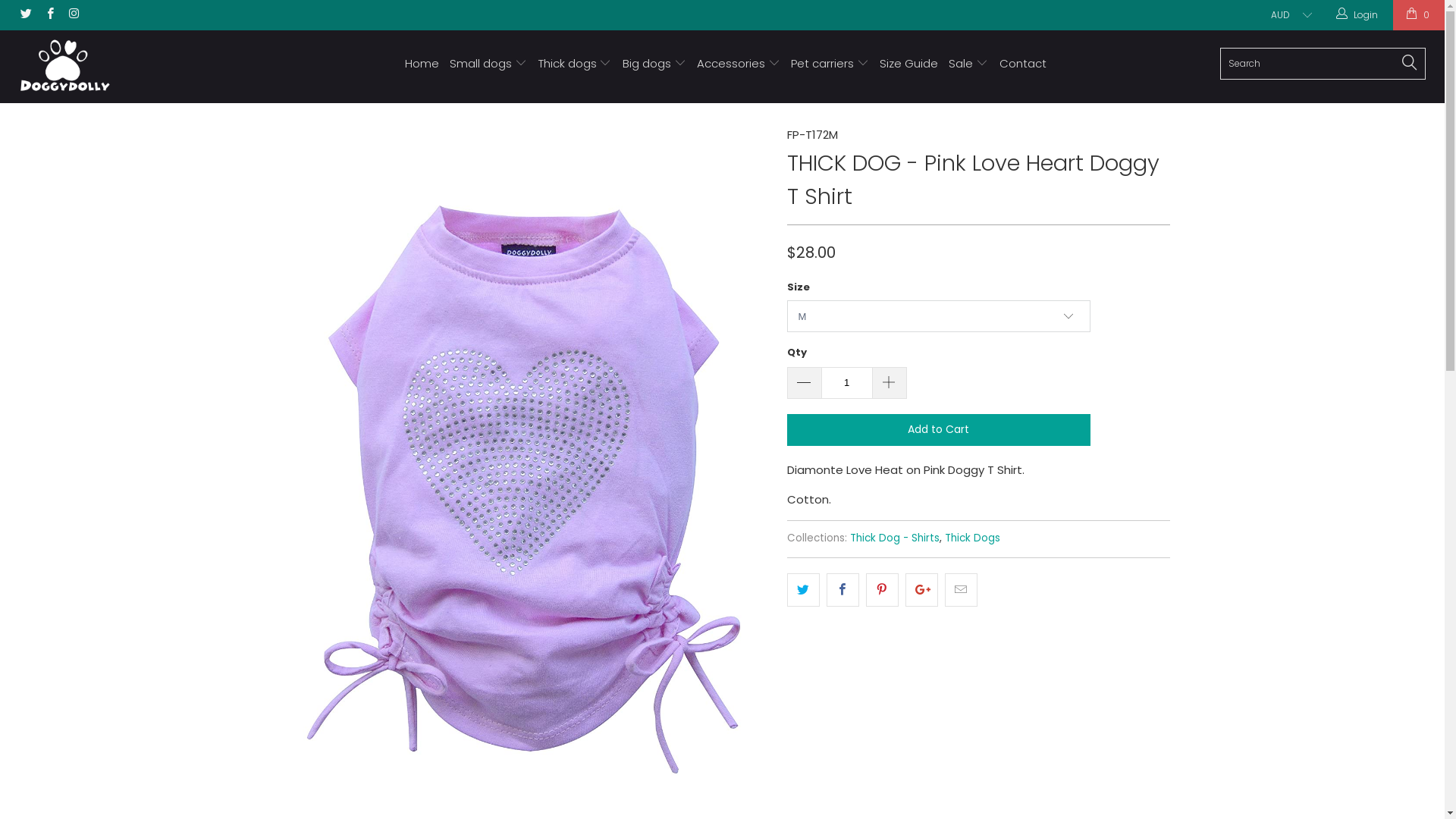 The height and width of the screenshot is (819, 1456). Describe the element at coordinates (739, 63) in the screenshot. I see `'Accessories'` at that location.